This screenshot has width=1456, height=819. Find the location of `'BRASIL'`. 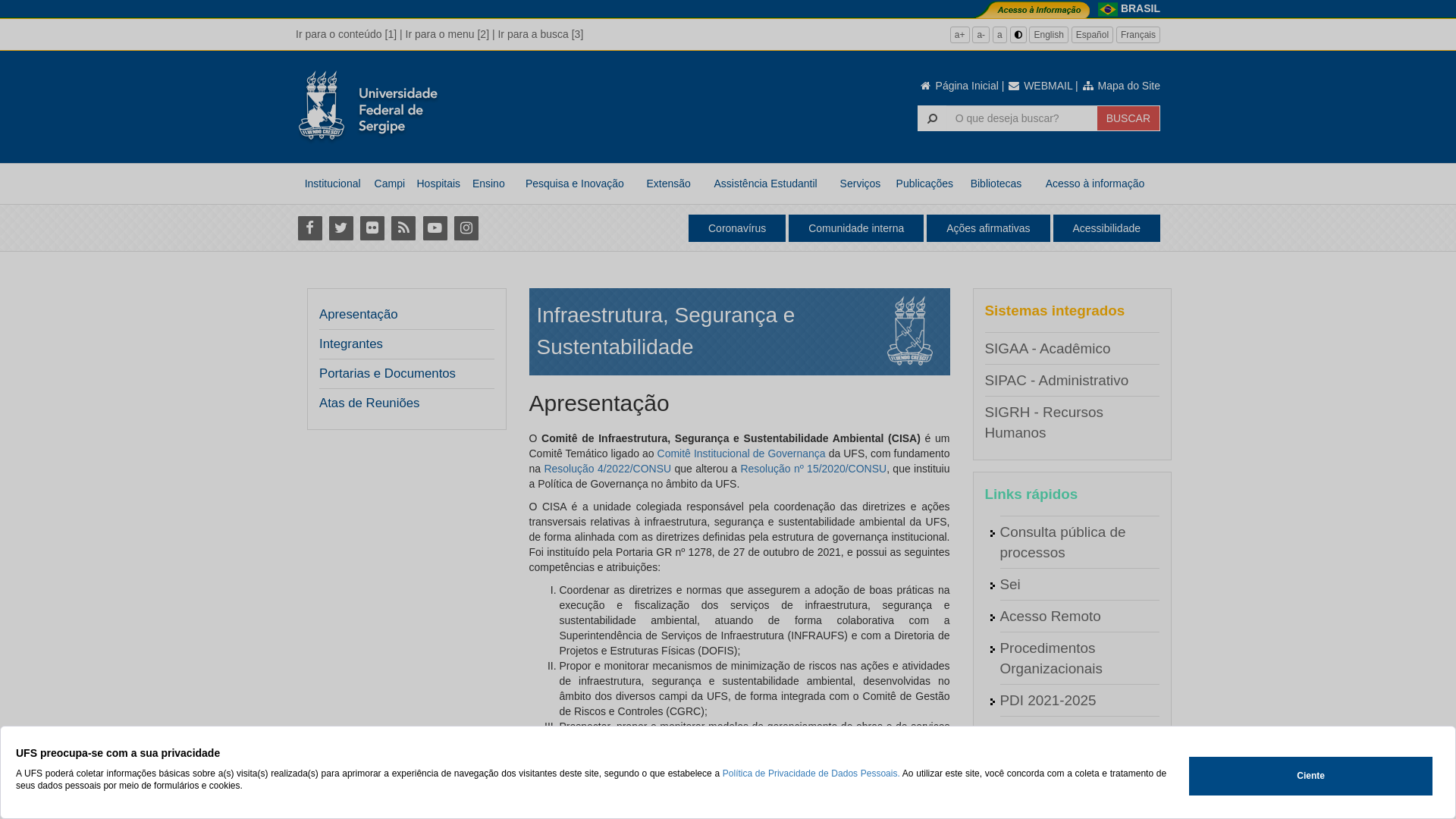

'BRASIL' is located at coordinates (1140, 8).